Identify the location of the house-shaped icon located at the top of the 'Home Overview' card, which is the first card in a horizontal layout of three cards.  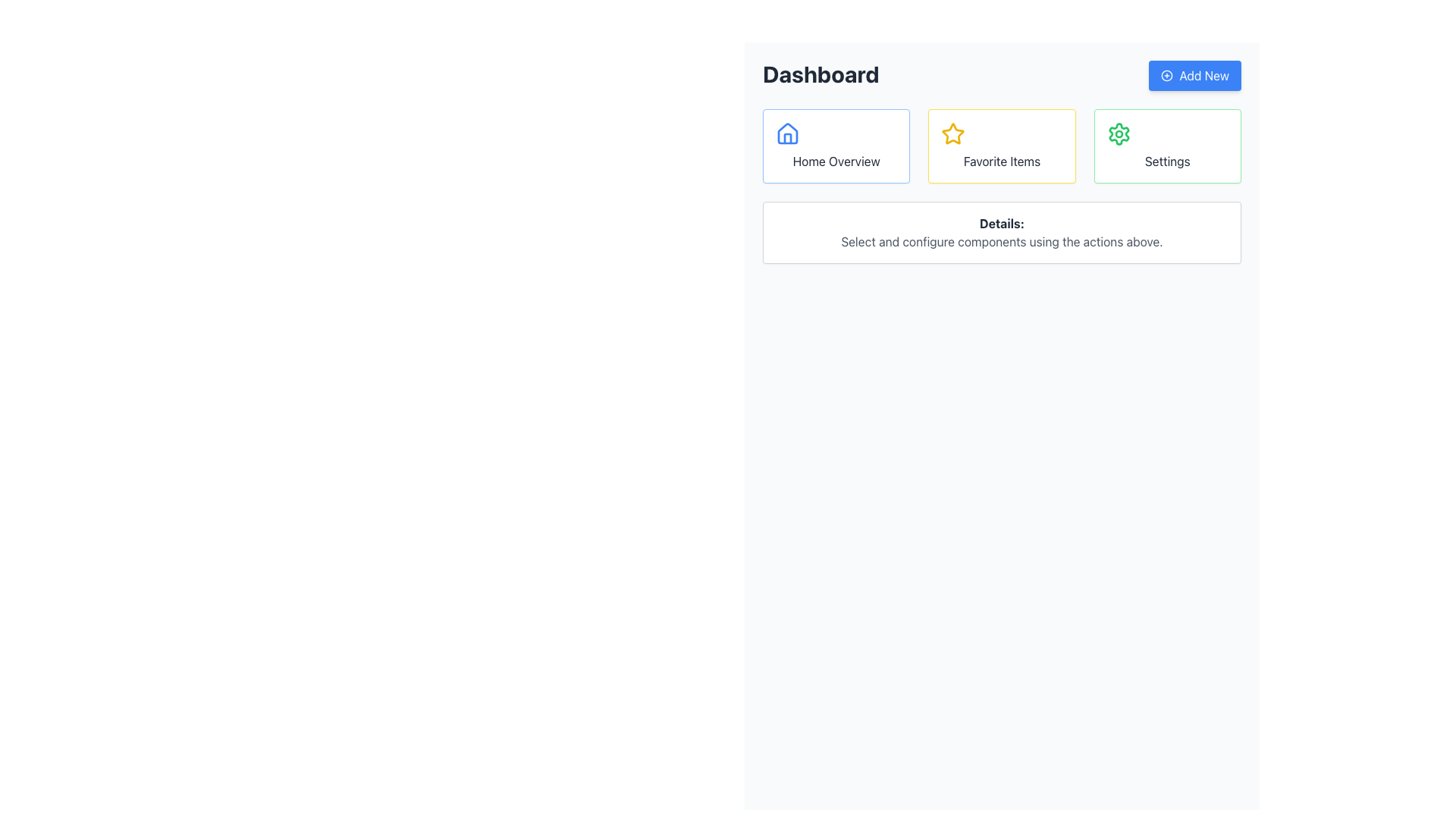
(787, 133).